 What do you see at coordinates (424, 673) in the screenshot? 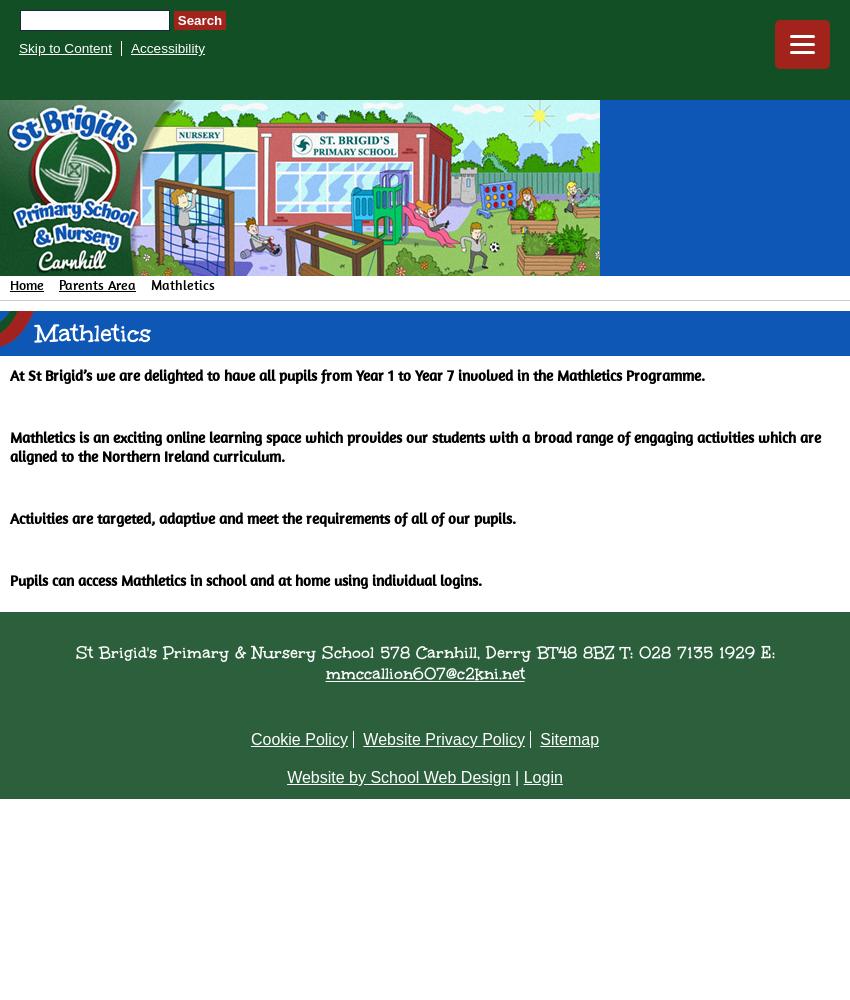
I see `'mmccallion607@c2kni.net'` at bounding box center [424, 673].